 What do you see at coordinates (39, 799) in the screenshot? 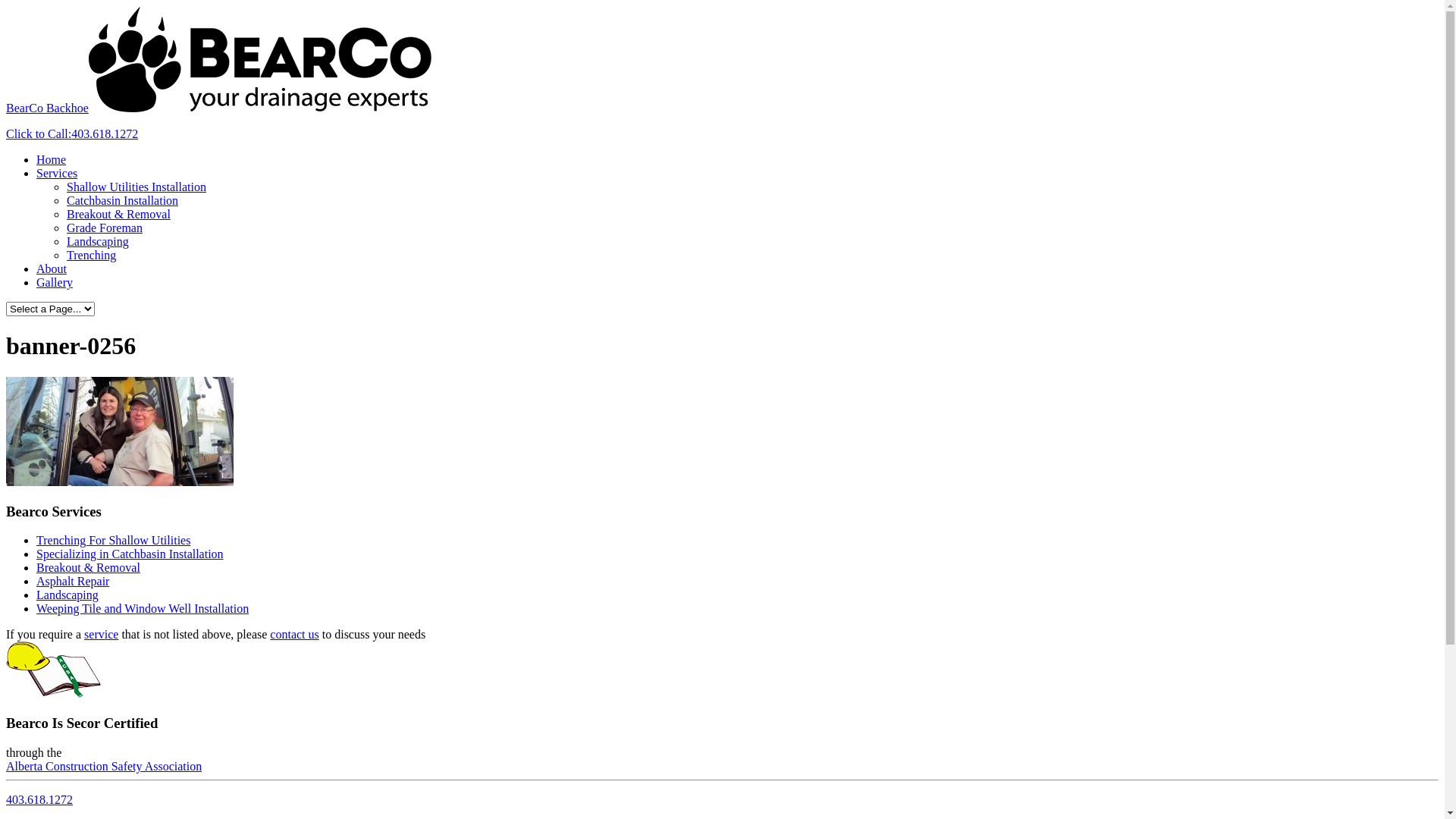
I see `'403.618.1272'` at bounding box center [39, 799].